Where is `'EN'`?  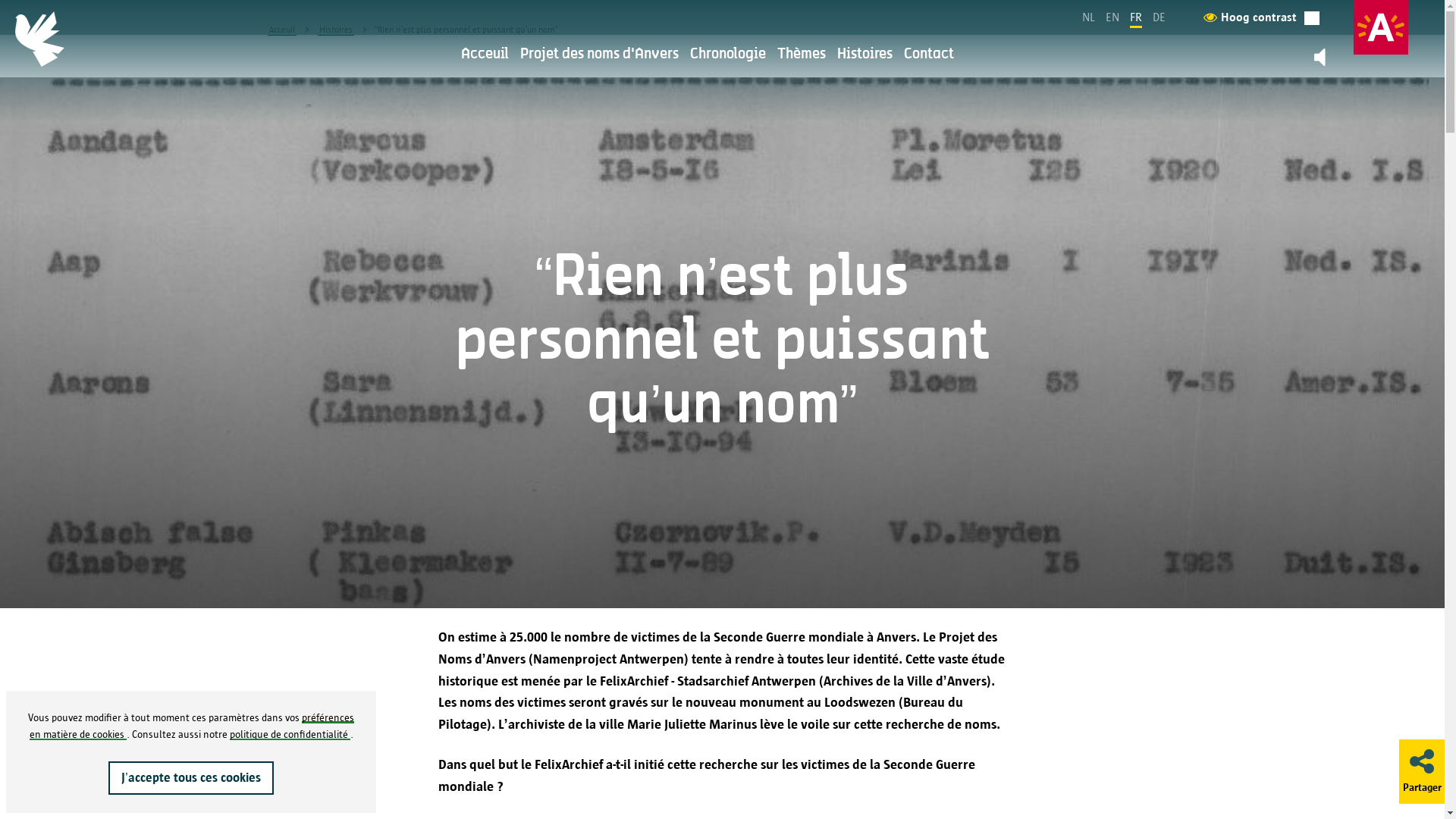 'EN' is located at coordinates (1112, 17).